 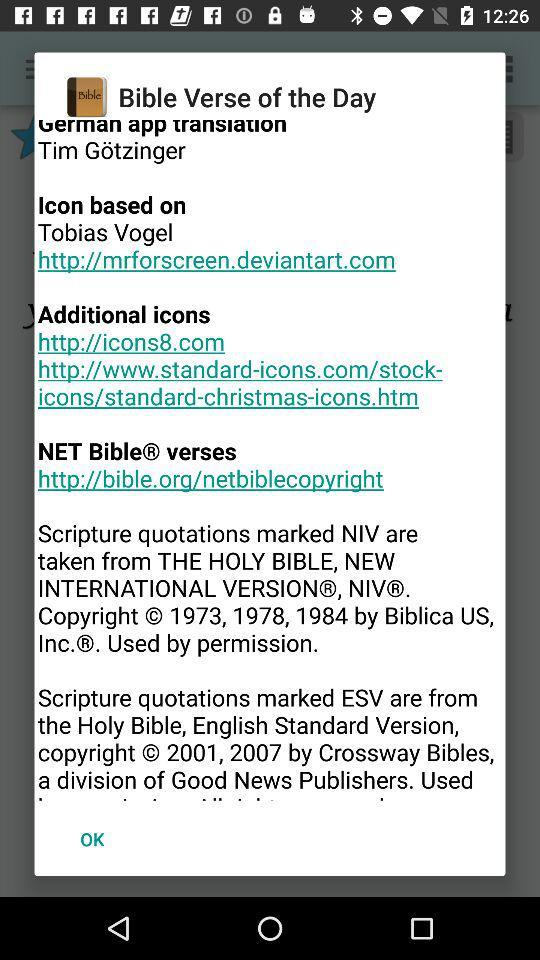 I want to click on the version 10 85 icon, so click(x=270, y=460).